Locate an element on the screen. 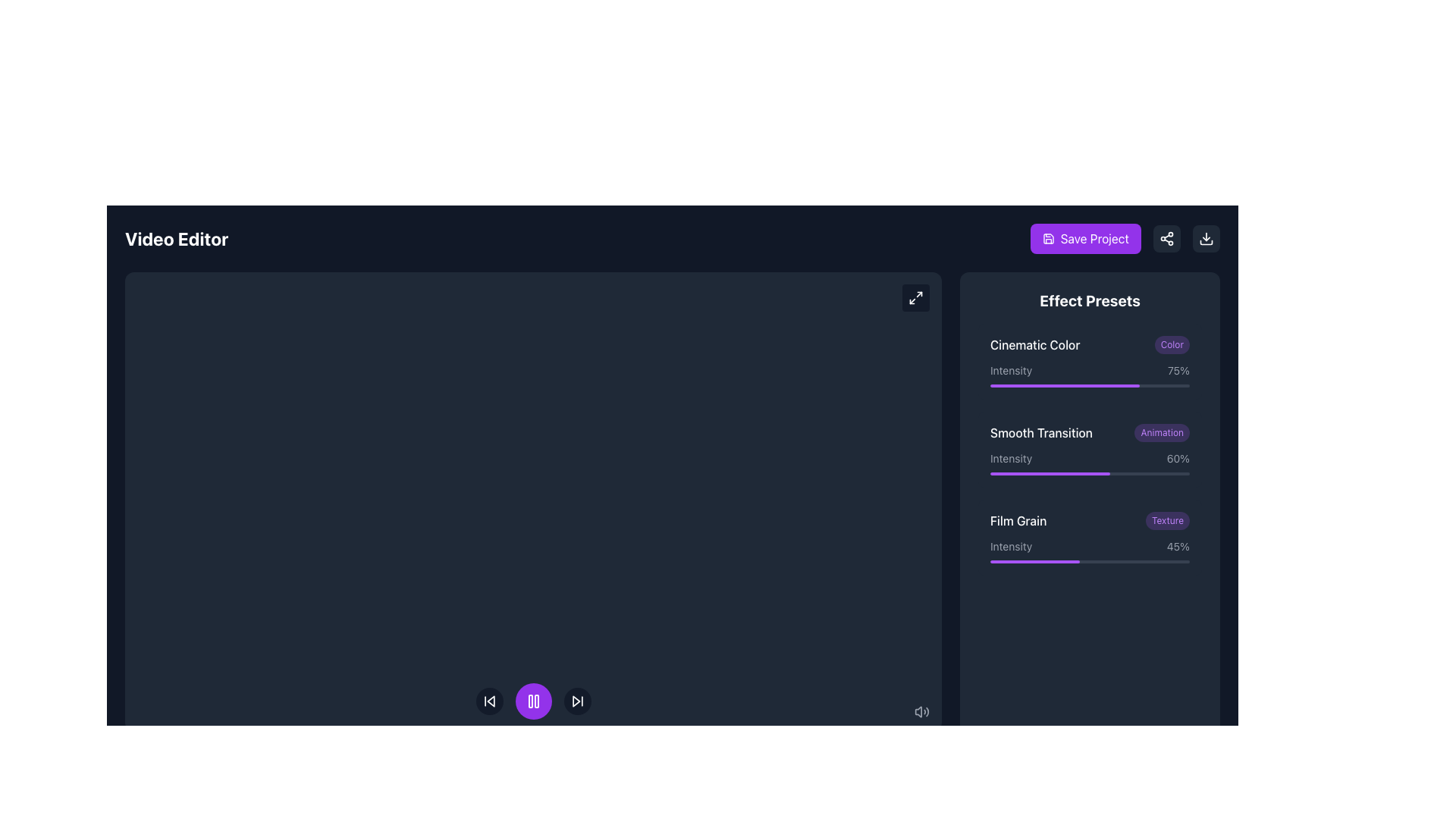 The height and width of the screenshot is (819, 1456). the badge located to the right of the 'Cinematic Color' label in the 'Effect Presets' panel for additional information is located at coordinates (1171, 345).